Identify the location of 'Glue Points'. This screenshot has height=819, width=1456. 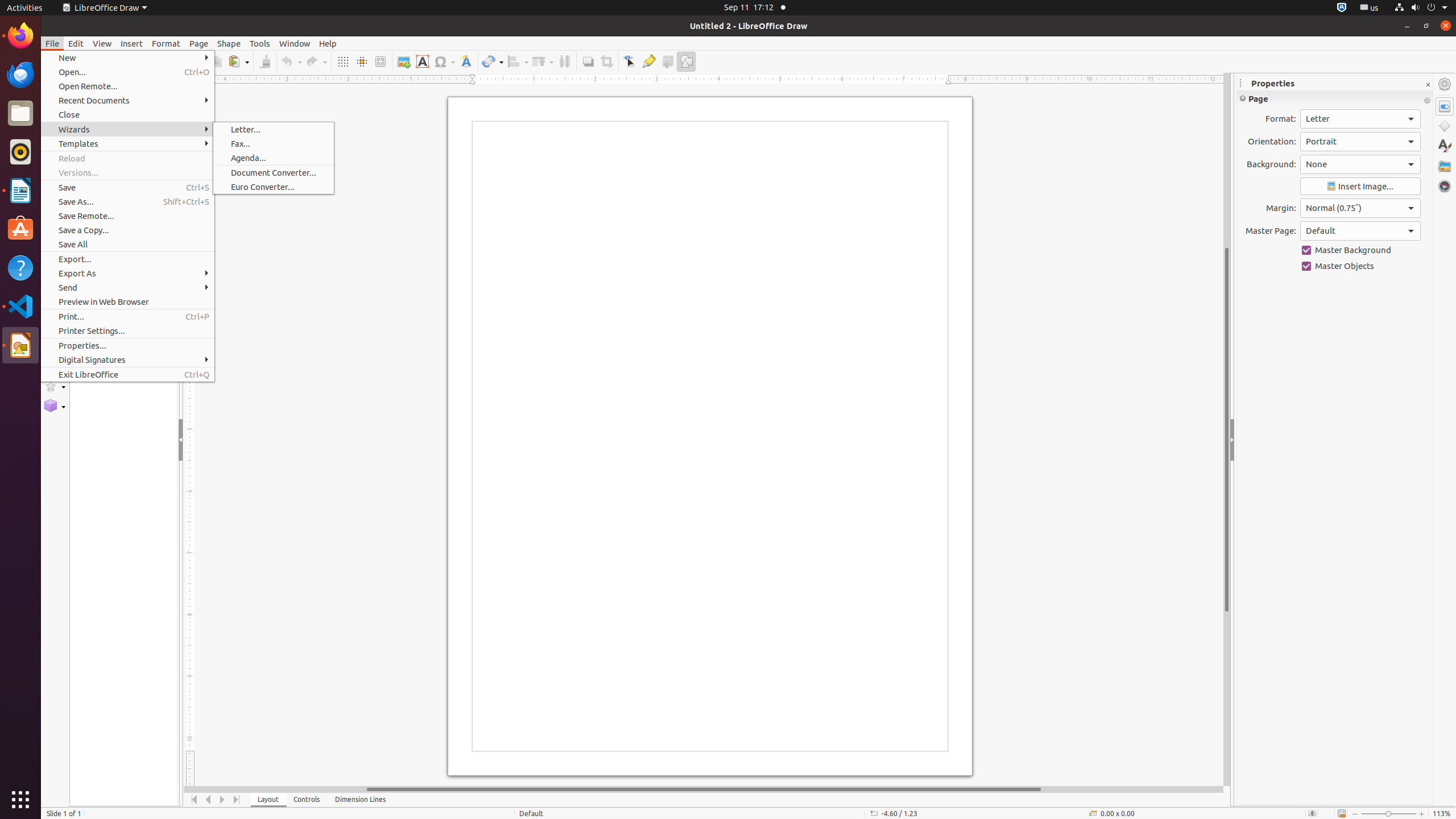
(648, 61).